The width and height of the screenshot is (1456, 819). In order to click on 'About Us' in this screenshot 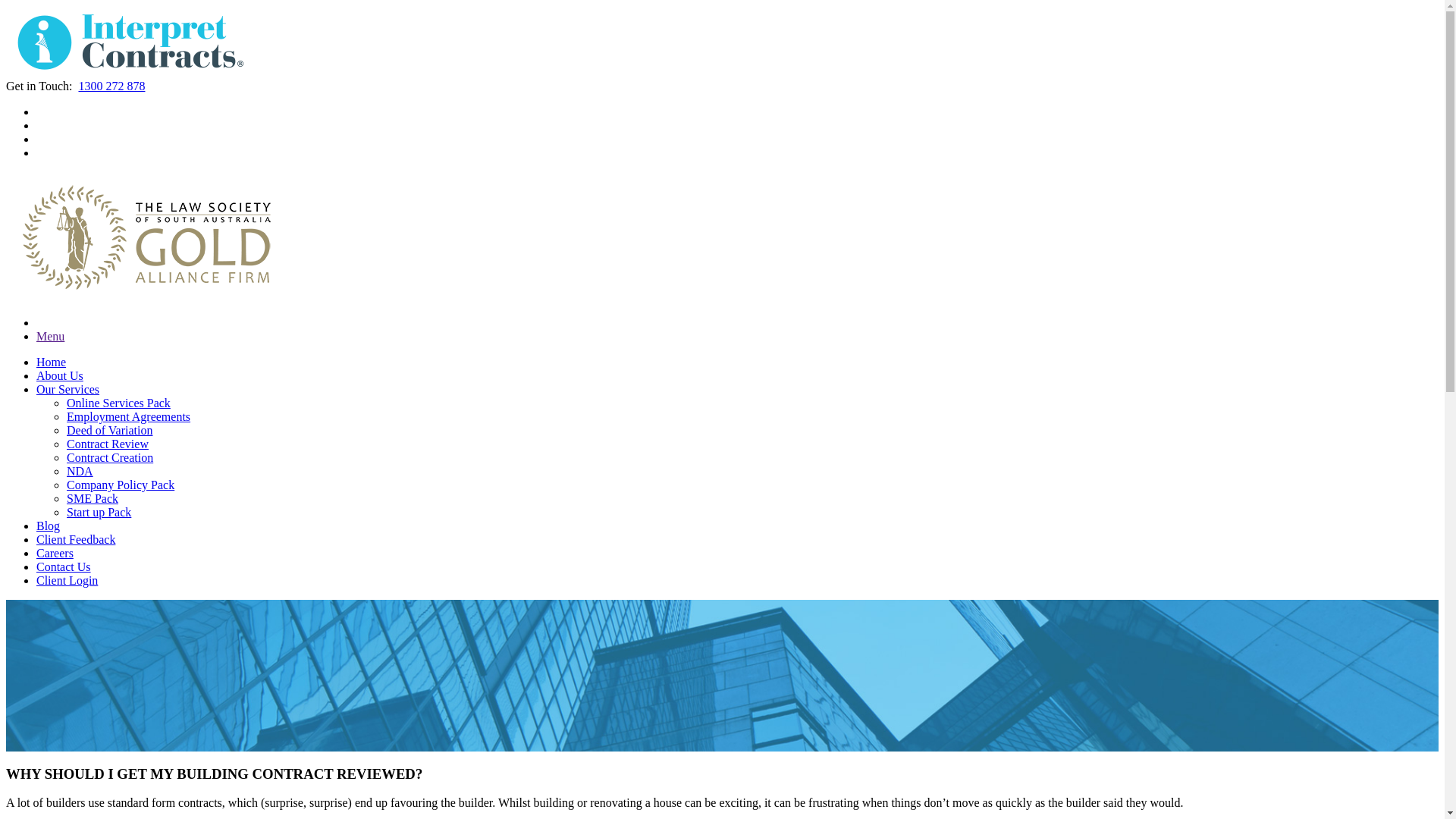, I will do `click(36, 375)`.